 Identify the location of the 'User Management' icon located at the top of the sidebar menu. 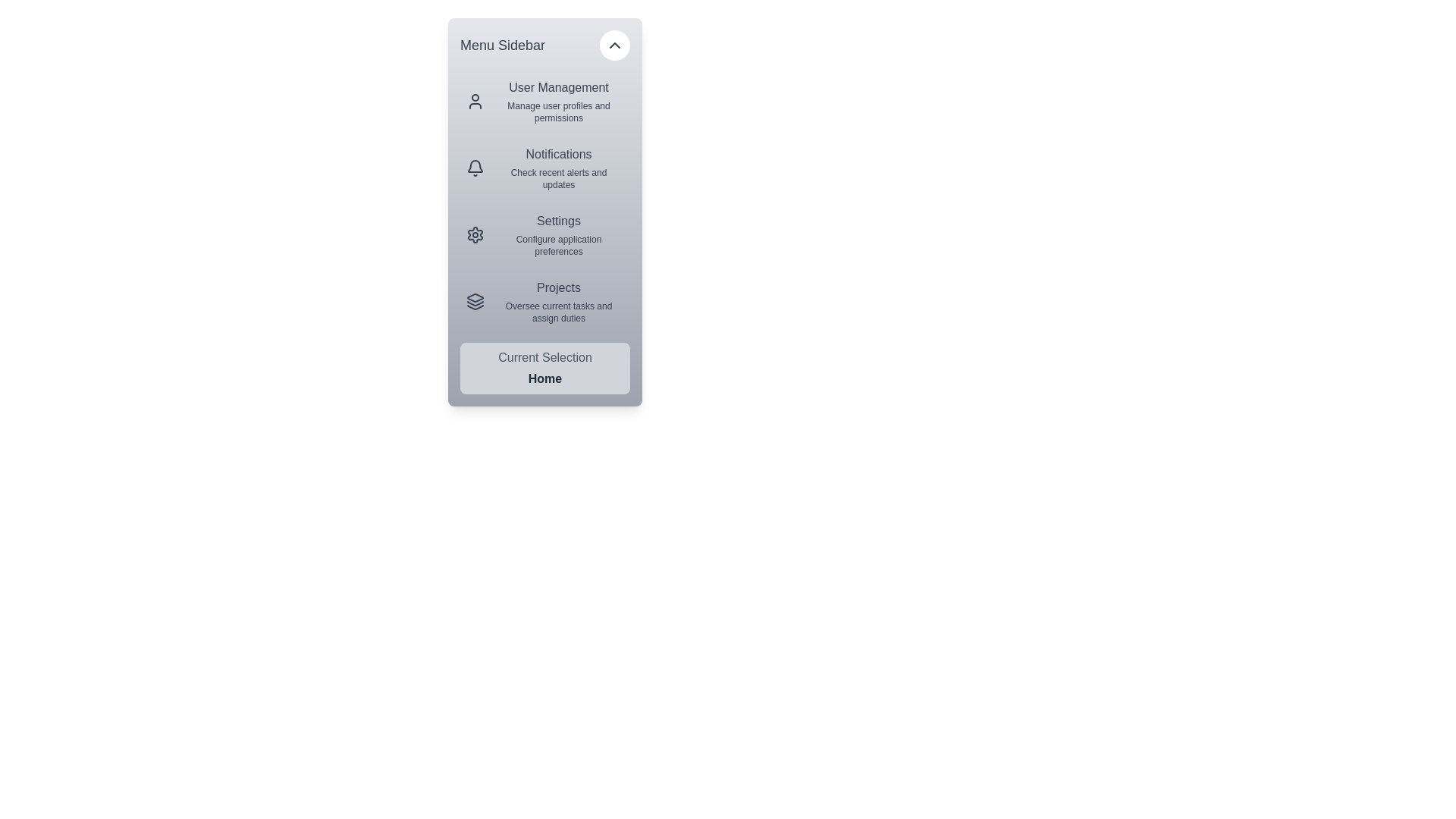
(475, 102).